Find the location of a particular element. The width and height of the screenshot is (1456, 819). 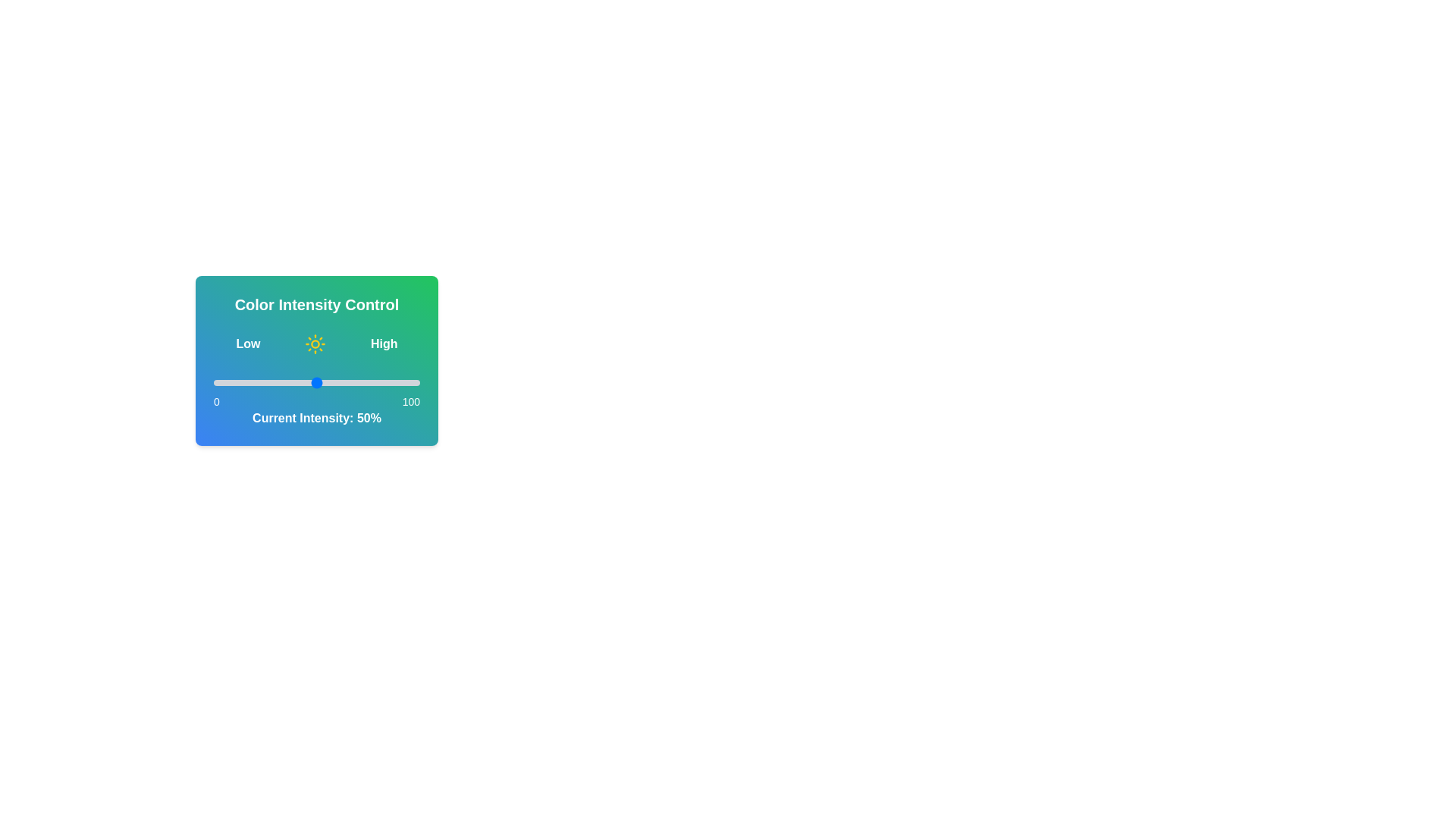

the slider value is located at coordinates (389, 382).